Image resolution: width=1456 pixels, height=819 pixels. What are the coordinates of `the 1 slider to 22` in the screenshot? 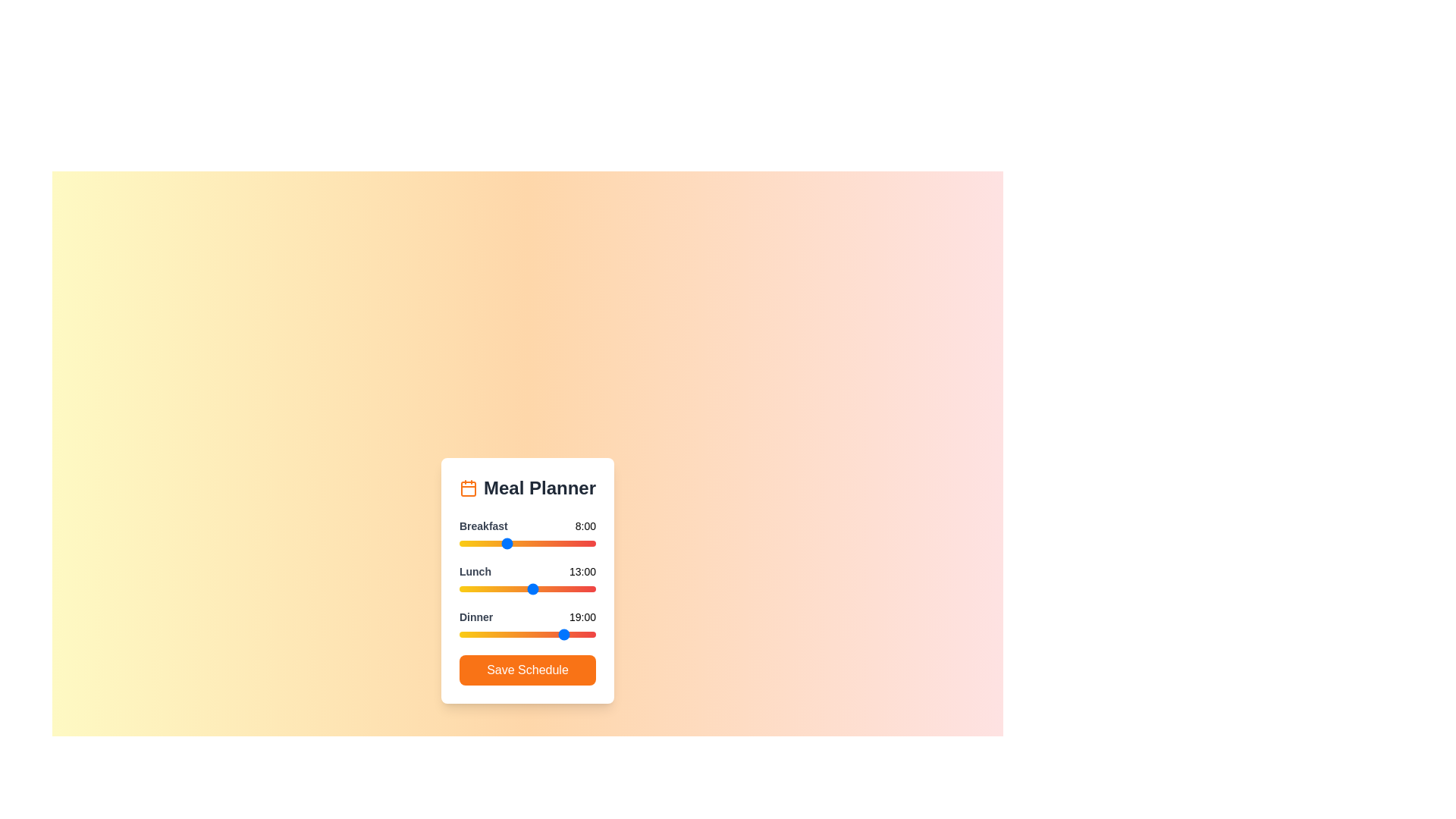 It's located at (584, 588).